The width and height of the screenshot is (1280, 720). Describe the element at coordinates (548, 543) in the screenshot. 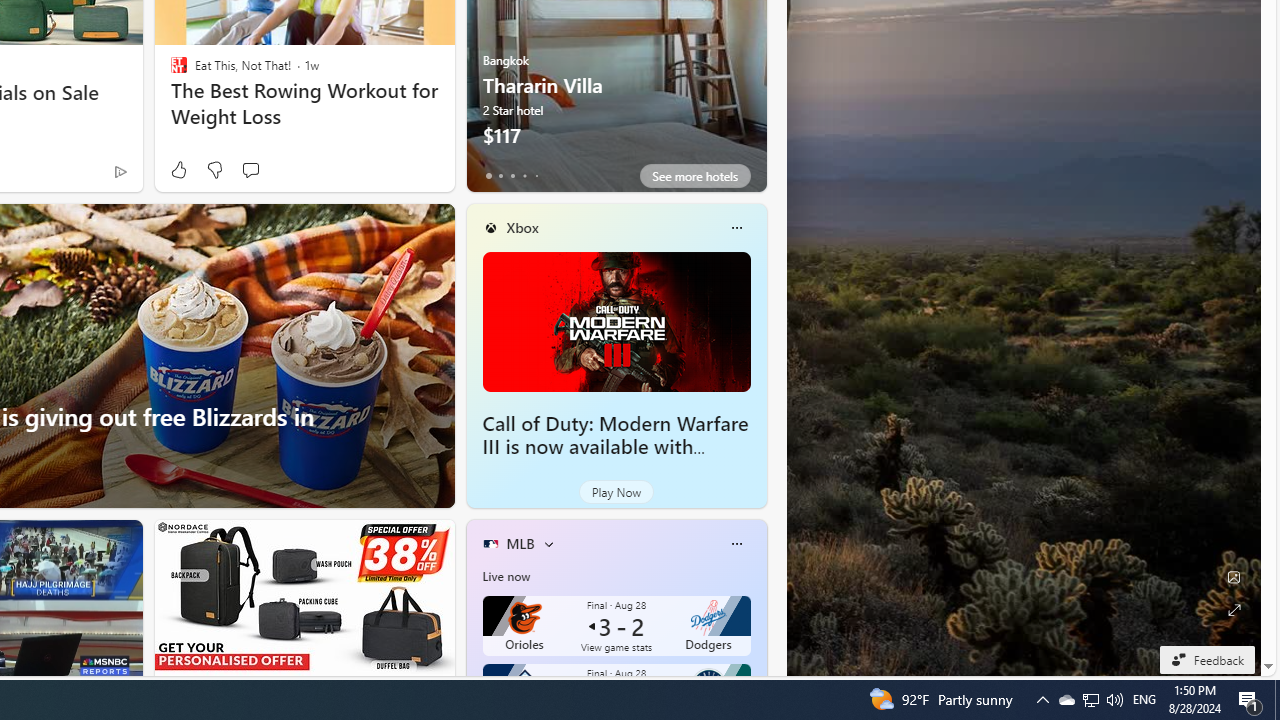

I see `'More interests'` at that location.